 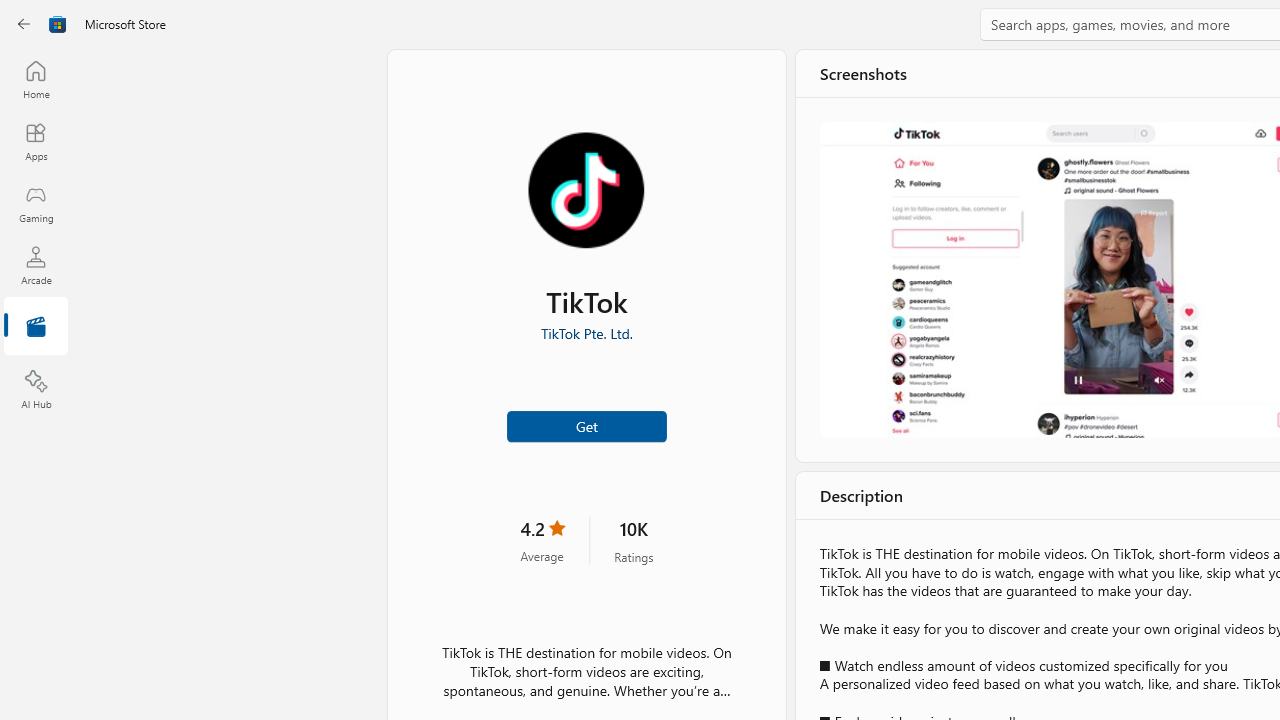 I want to click on 'Back', so click(x=24, y=24).